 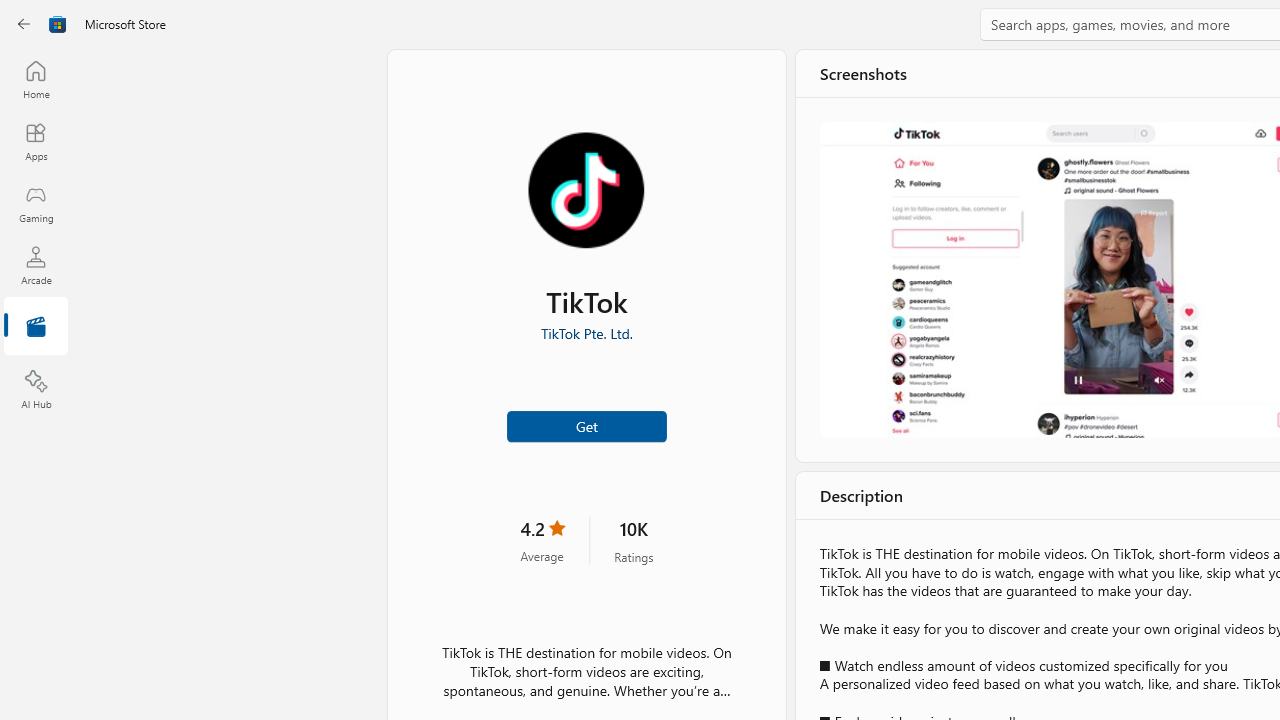 I want to click on 'Back', so click(x=24, y=24).